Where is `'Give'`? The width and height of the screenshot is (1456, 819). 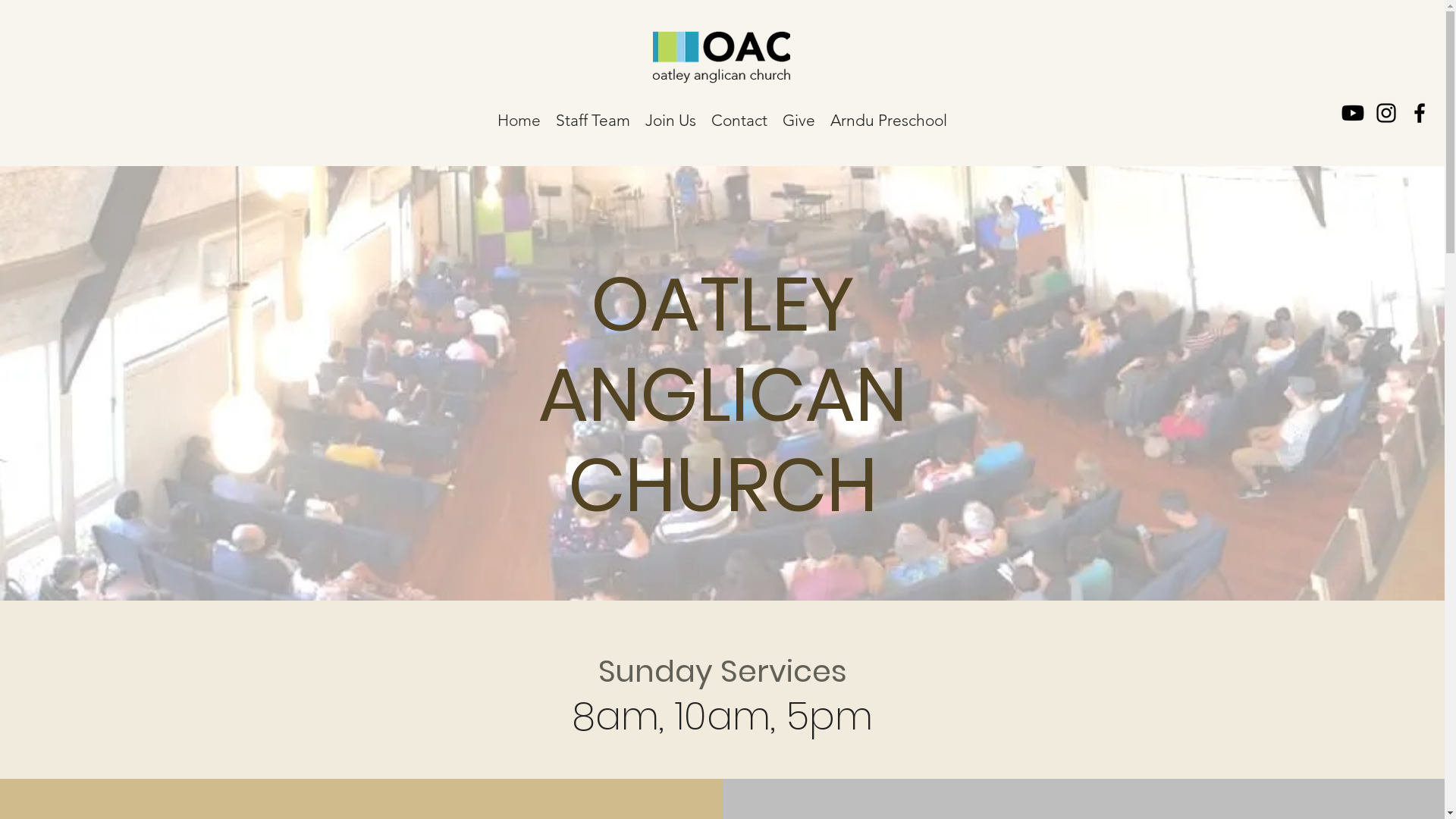
'Give' is located at coordinates (798, 116).